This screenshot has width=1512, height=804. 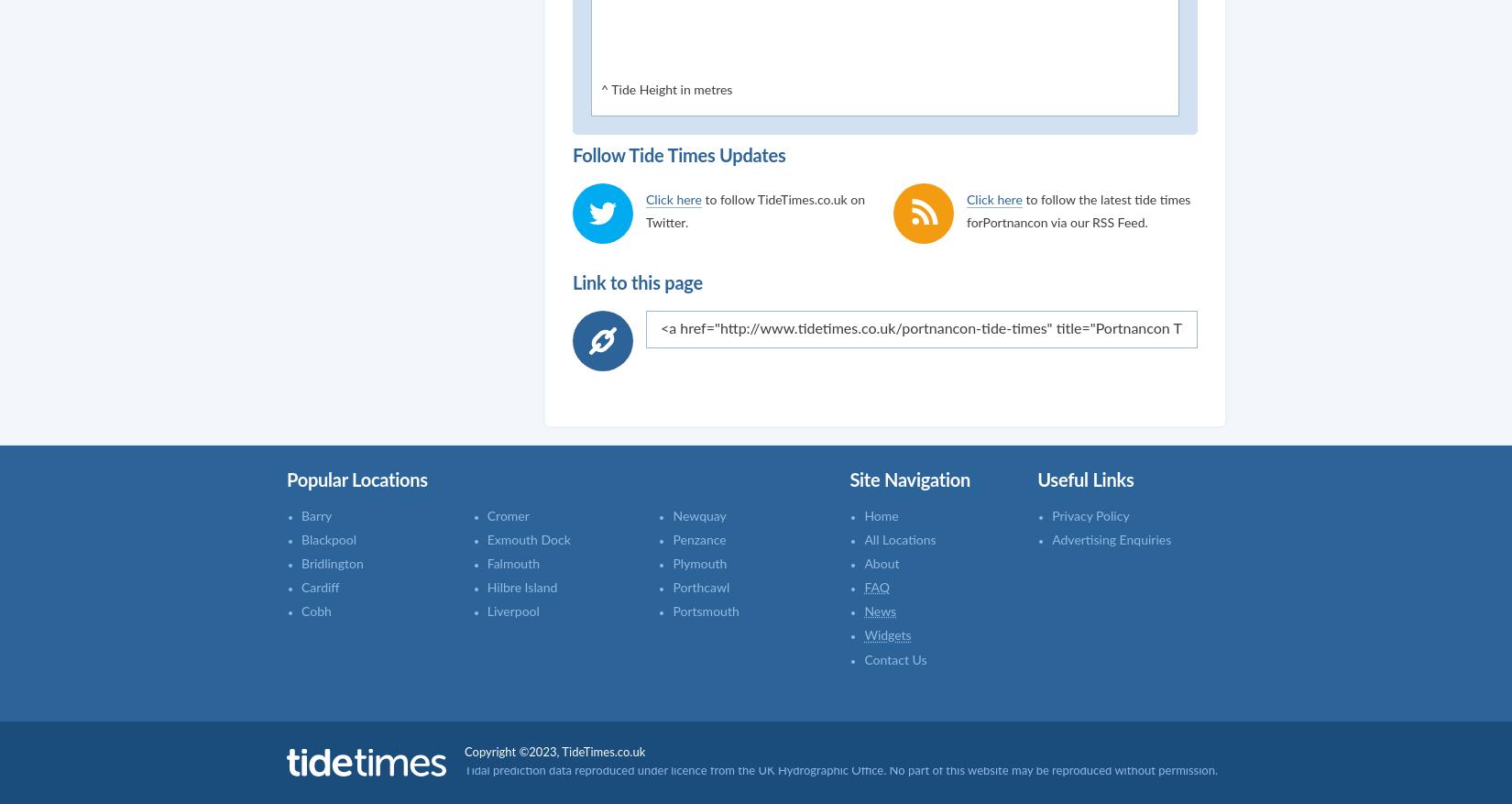 What do you see at coordinates (881, 563) in the screenshot?
I see `'About'` at bounding box center [881, 563].